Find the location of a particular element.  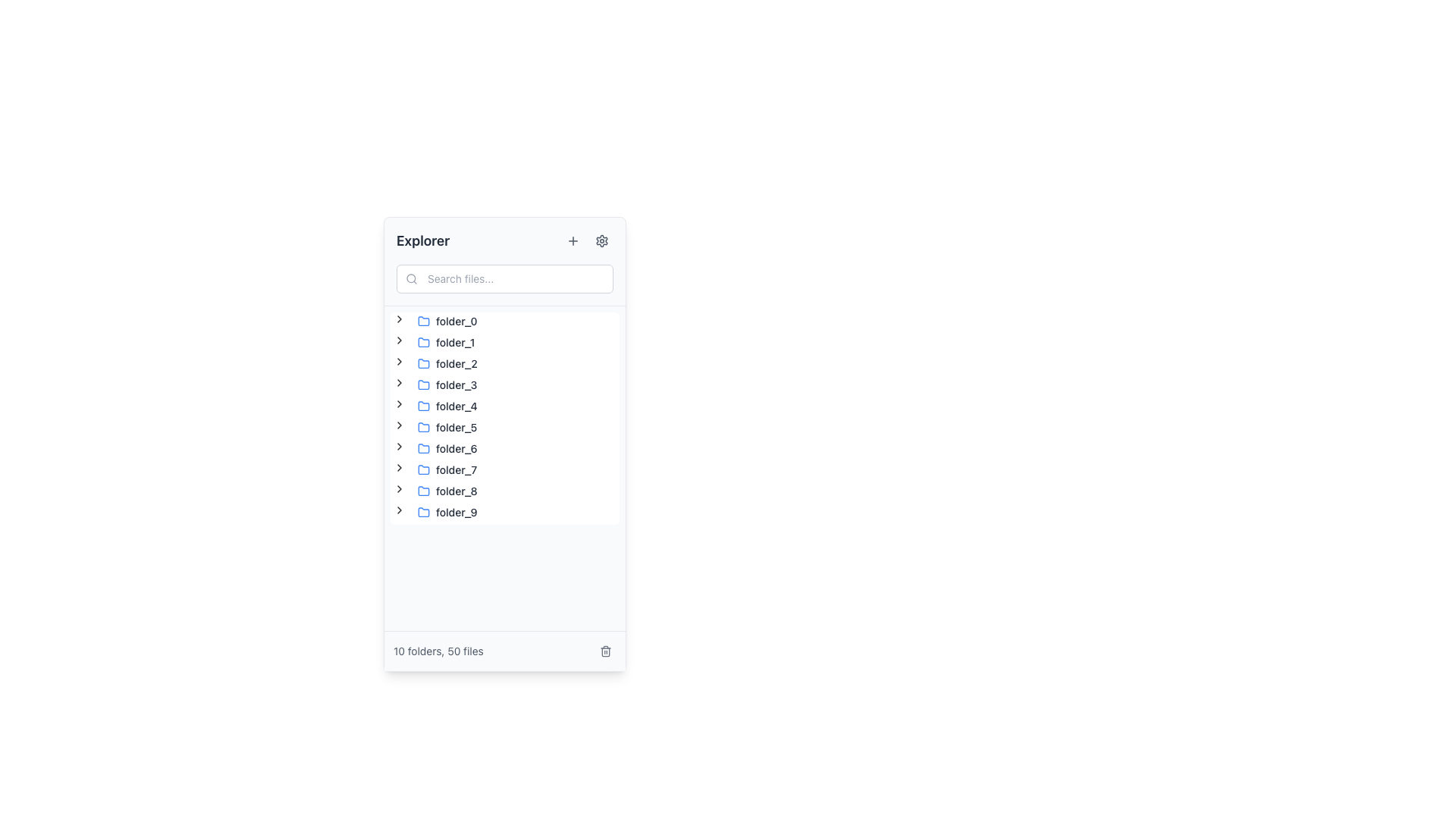

the folder icon, which is the fifth item is located at coordinates (423, 405).